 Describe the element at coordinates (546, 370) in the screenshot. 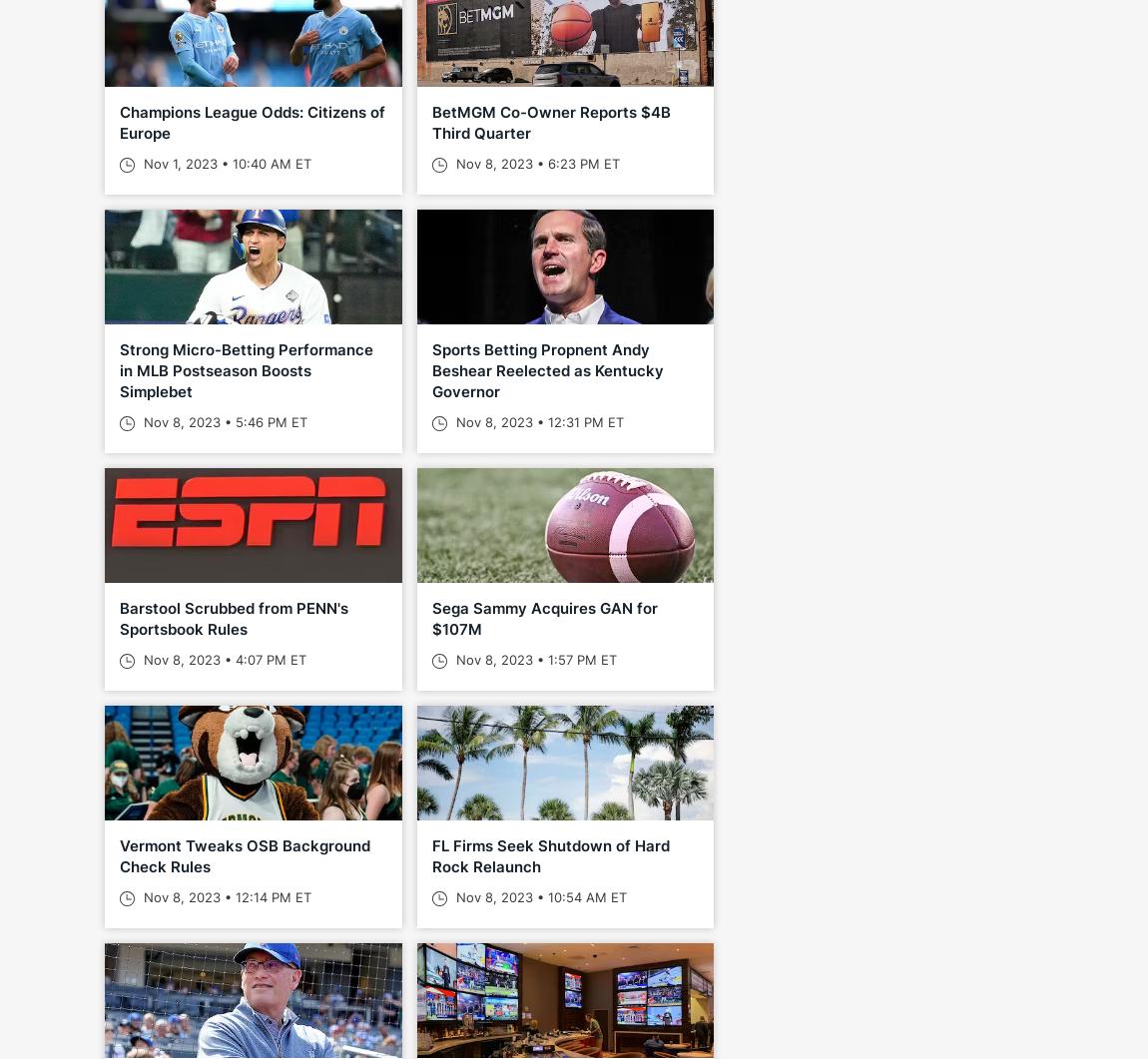

I see `'Sports Betting Propnent Andy Beshear Reelected as Kentucky Governor'` at that location.